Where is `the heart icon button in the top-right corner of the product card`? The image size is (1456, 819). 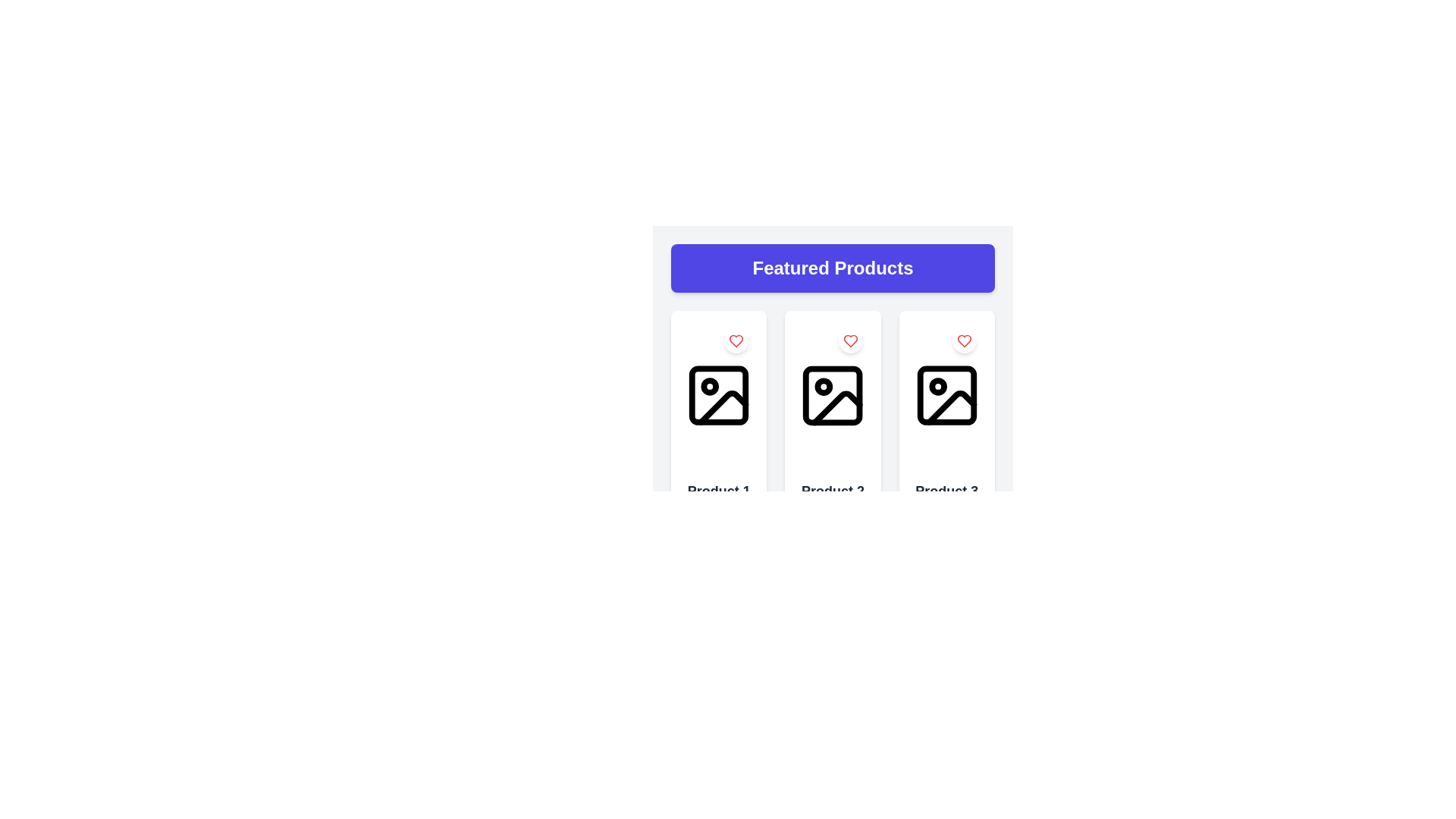
the heart icon button in the top-right corner of the product card is located at coordinates (850, 341).